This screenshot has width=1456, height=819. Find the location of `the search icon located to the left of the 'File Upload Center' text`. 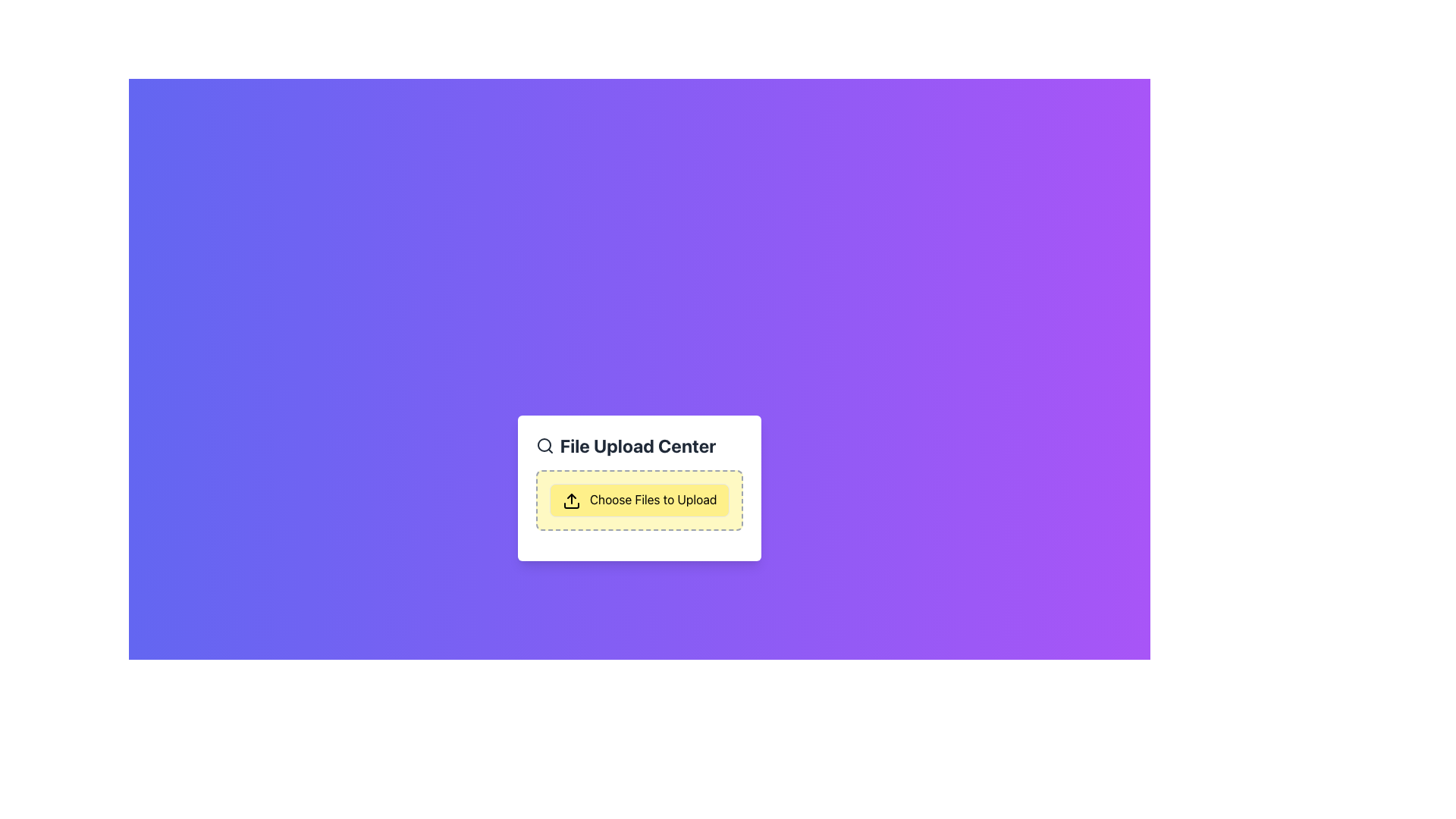

the search icon located to the left of the 'File Upload Center' text is located at coordinates (544, 445).